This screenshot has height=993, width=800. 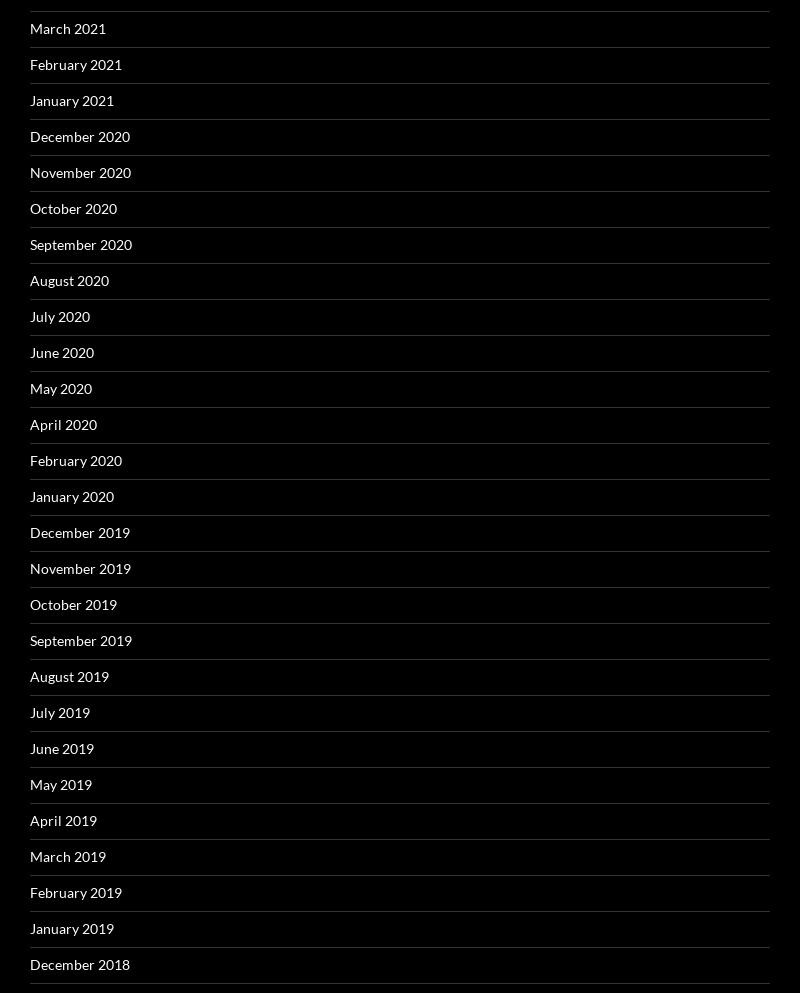 What do you see at coordinates (30, 710) in the screenshot?
I see `'July 2019'` at bounding box center [30, 710].